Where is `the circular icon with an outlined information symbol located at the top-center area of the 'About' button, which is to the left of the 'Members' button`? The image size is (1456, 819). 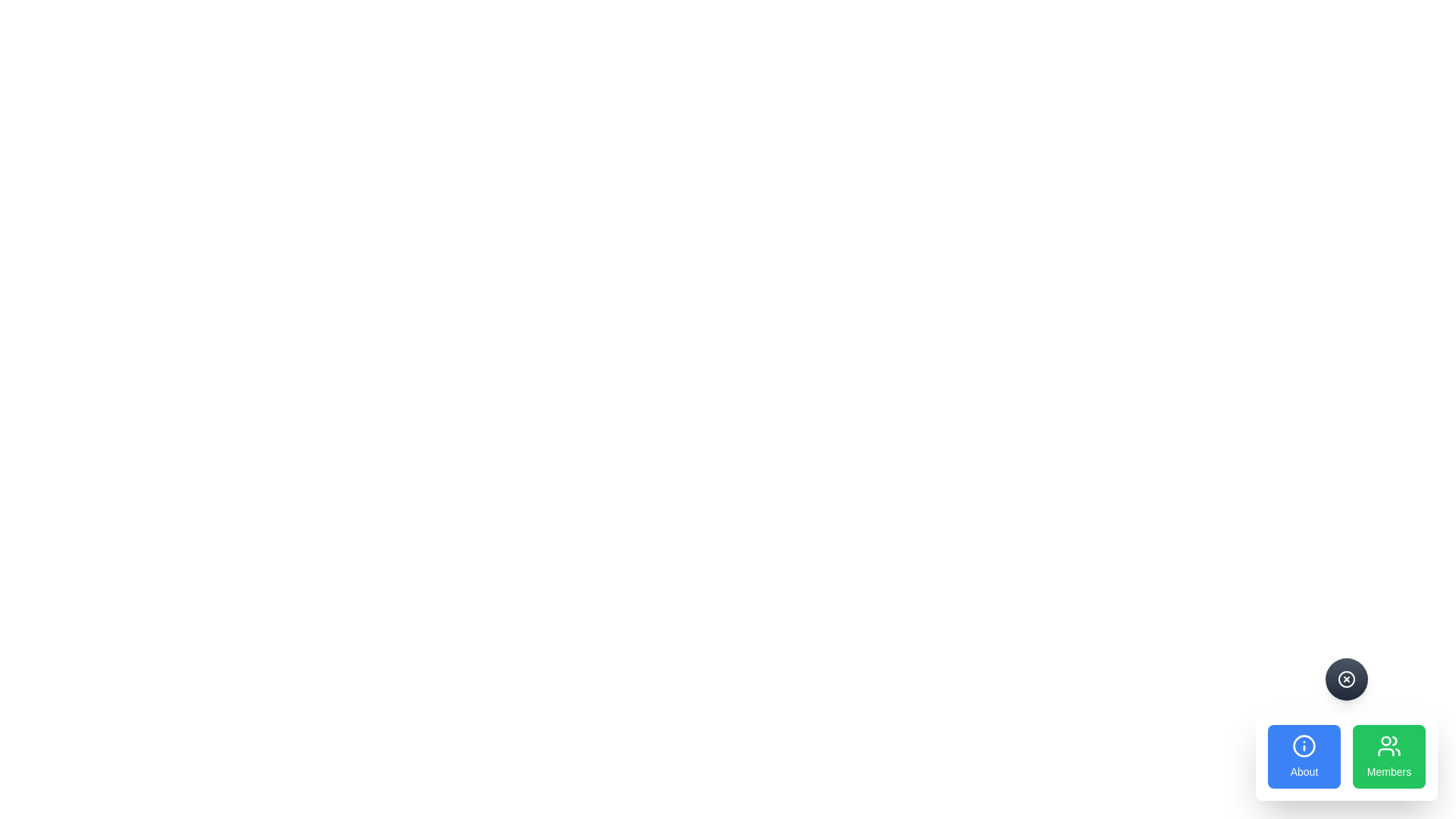
the circular icon with an outlined information symbol located at the top-center area of the 'About' button, which is to the left of the 'Members' button is located at coordinates (1303, 745).